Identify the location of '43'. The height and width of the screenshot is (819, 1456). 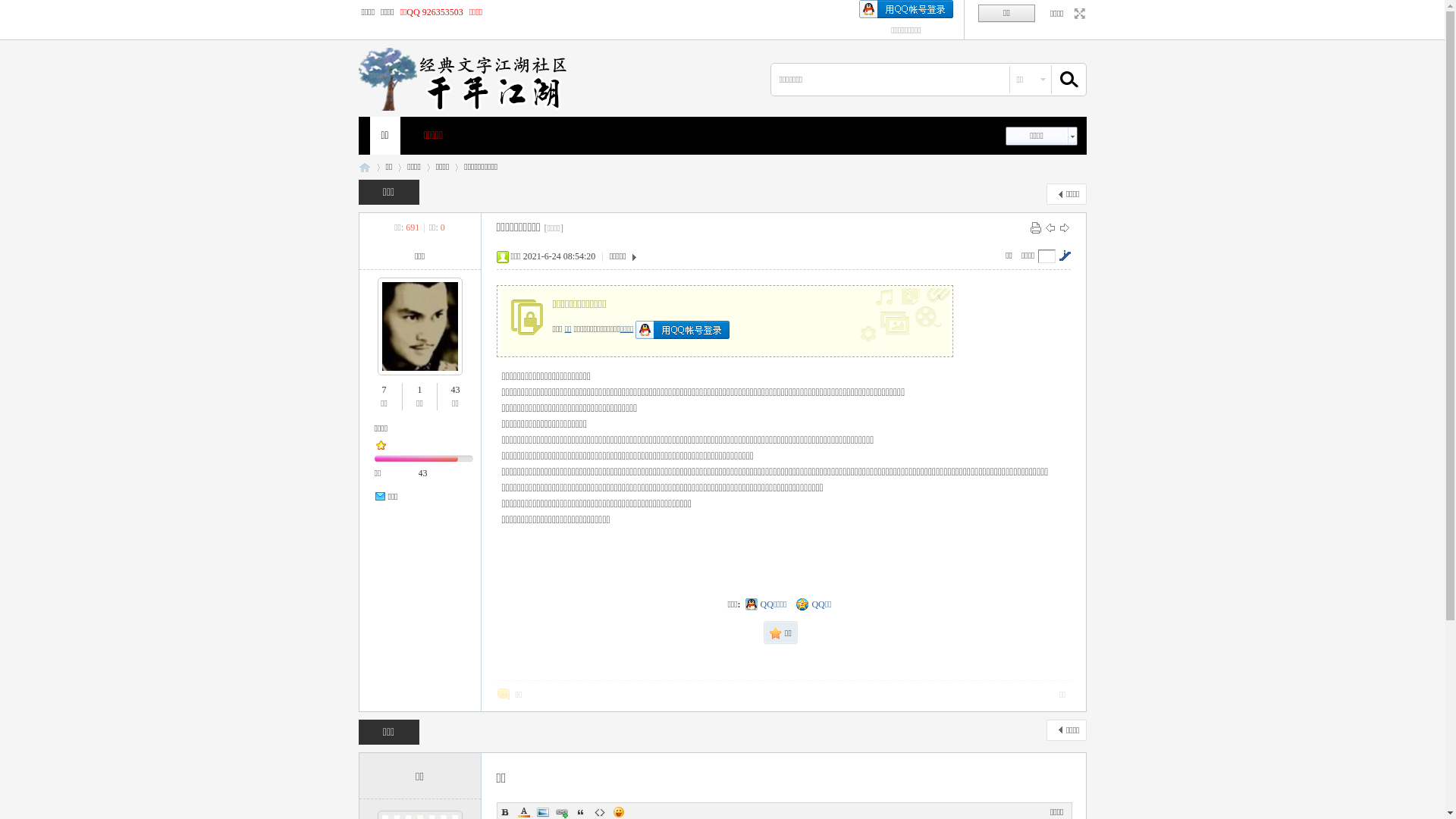
(422, 472).